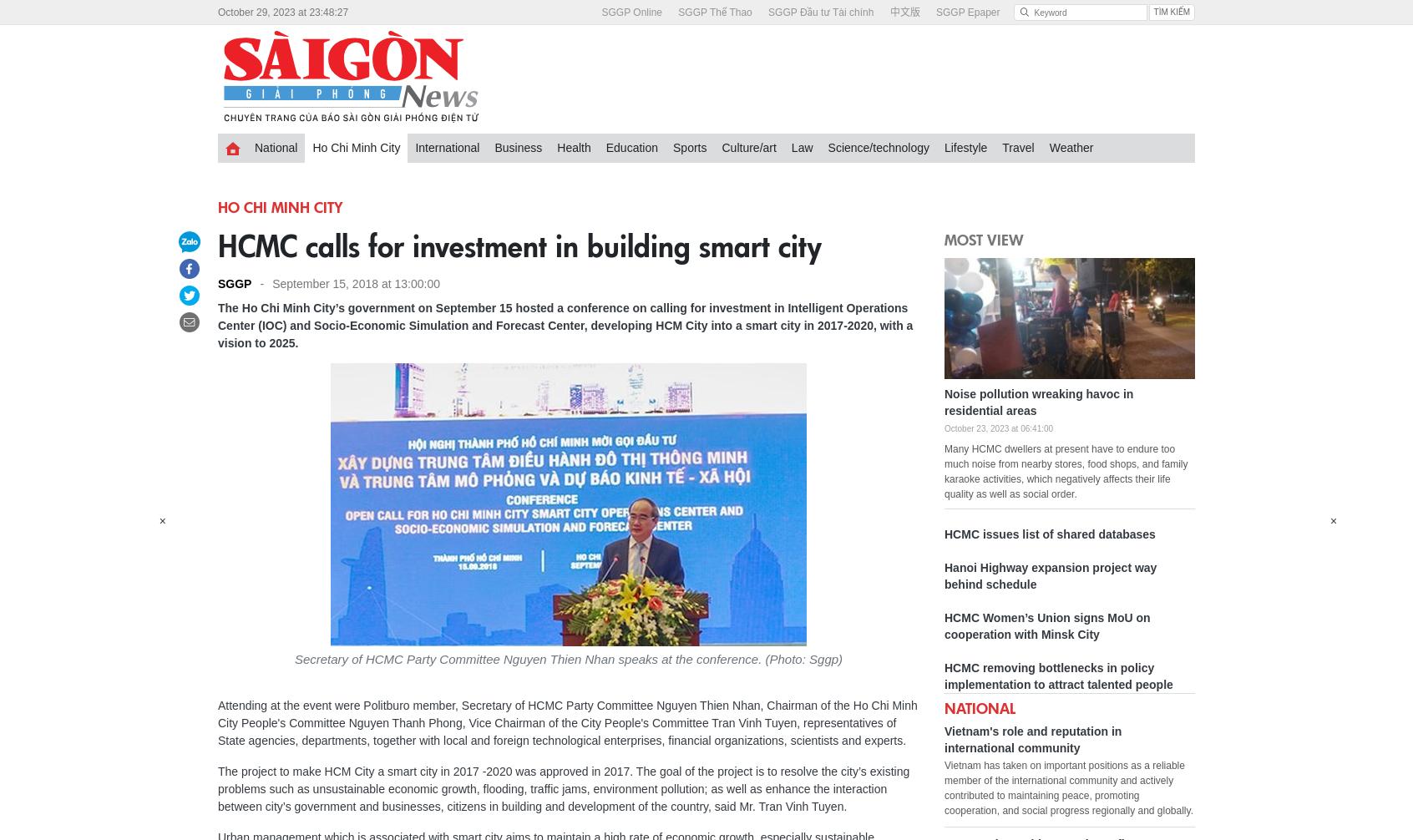 The height and width of the screenshot is (840, 1413). Describe the element at coordinates (998, 428) in the screenshot. I see `'October 23, 2023 at 06:41:00'` at that location.